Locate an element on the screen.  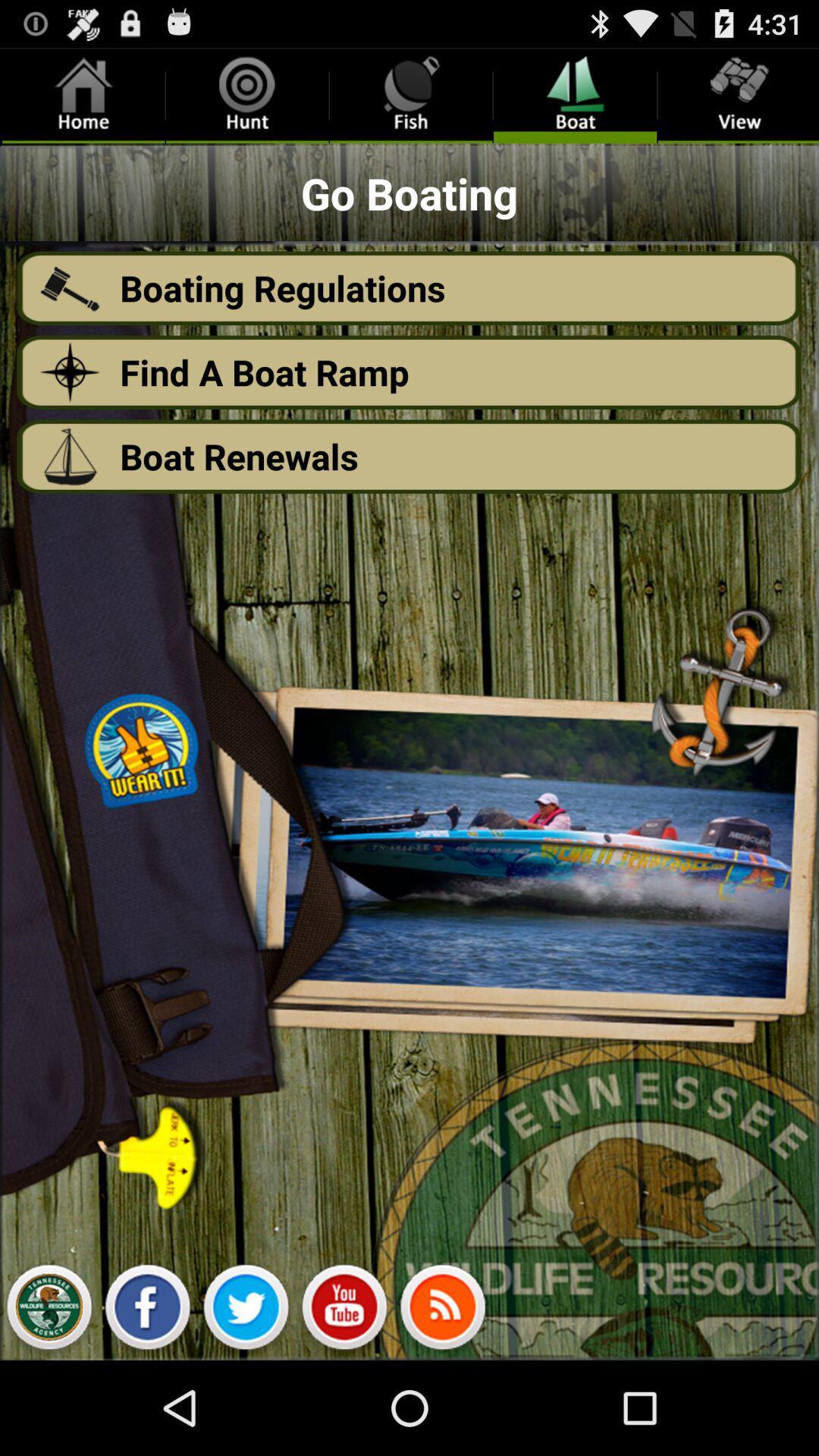
image button is located at coordinates (48, 1310).